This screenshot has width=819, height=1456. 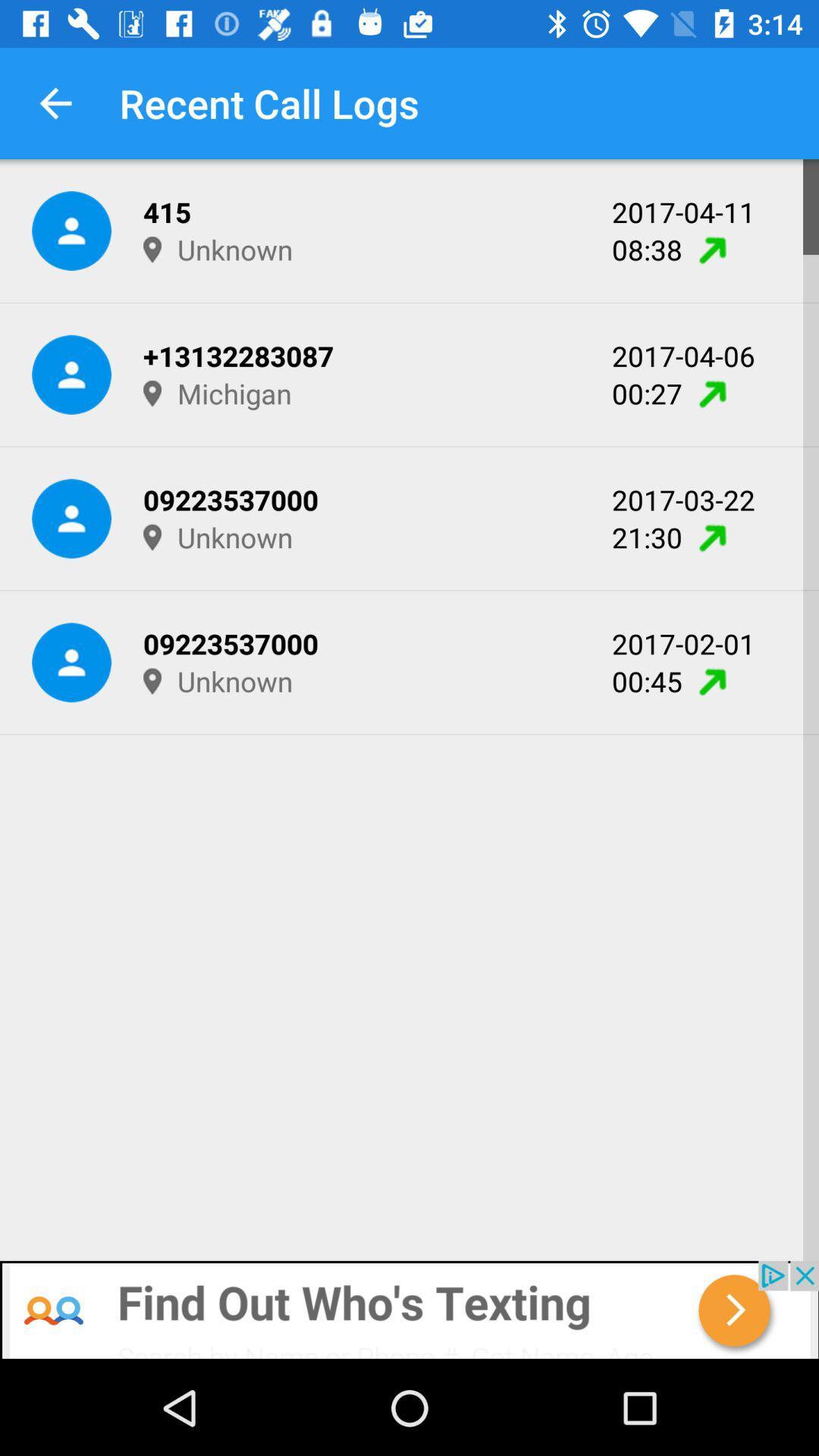 What do you see at coordinates (409, 1310) in the screenshot?
I see `discover people in your recent call log that are currently texting` at bounding box center [409, 1310].